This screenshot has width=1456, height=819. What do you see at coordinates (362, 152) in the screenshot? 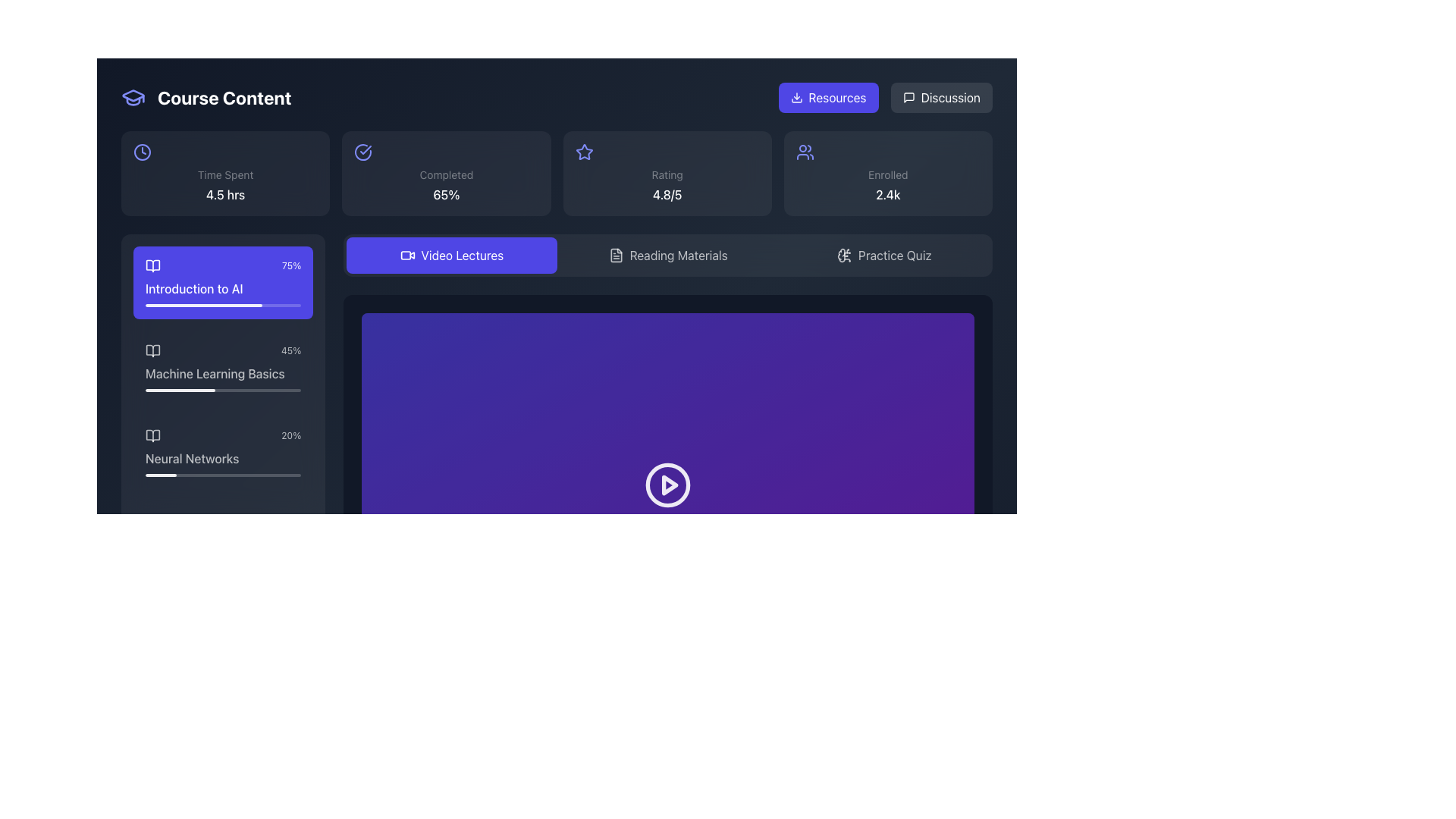
I see `the circular vector graphic icon located within the completed tasks section, which is styled as part of a line-drawn icon` at bounding box center [362, 152].